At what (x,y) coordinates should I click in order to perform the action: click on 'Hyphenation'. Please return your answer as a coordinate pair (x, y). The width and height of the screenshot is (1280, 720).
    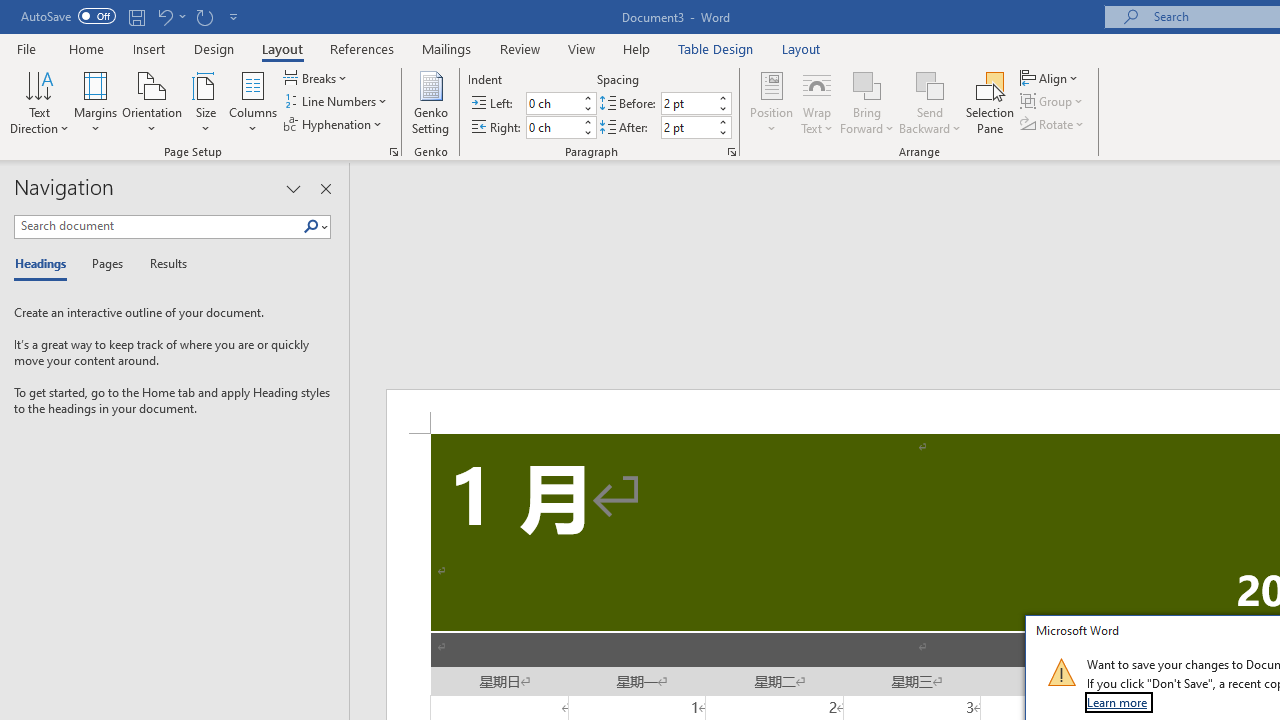
    Looking at the image, I should click on (334, 124).